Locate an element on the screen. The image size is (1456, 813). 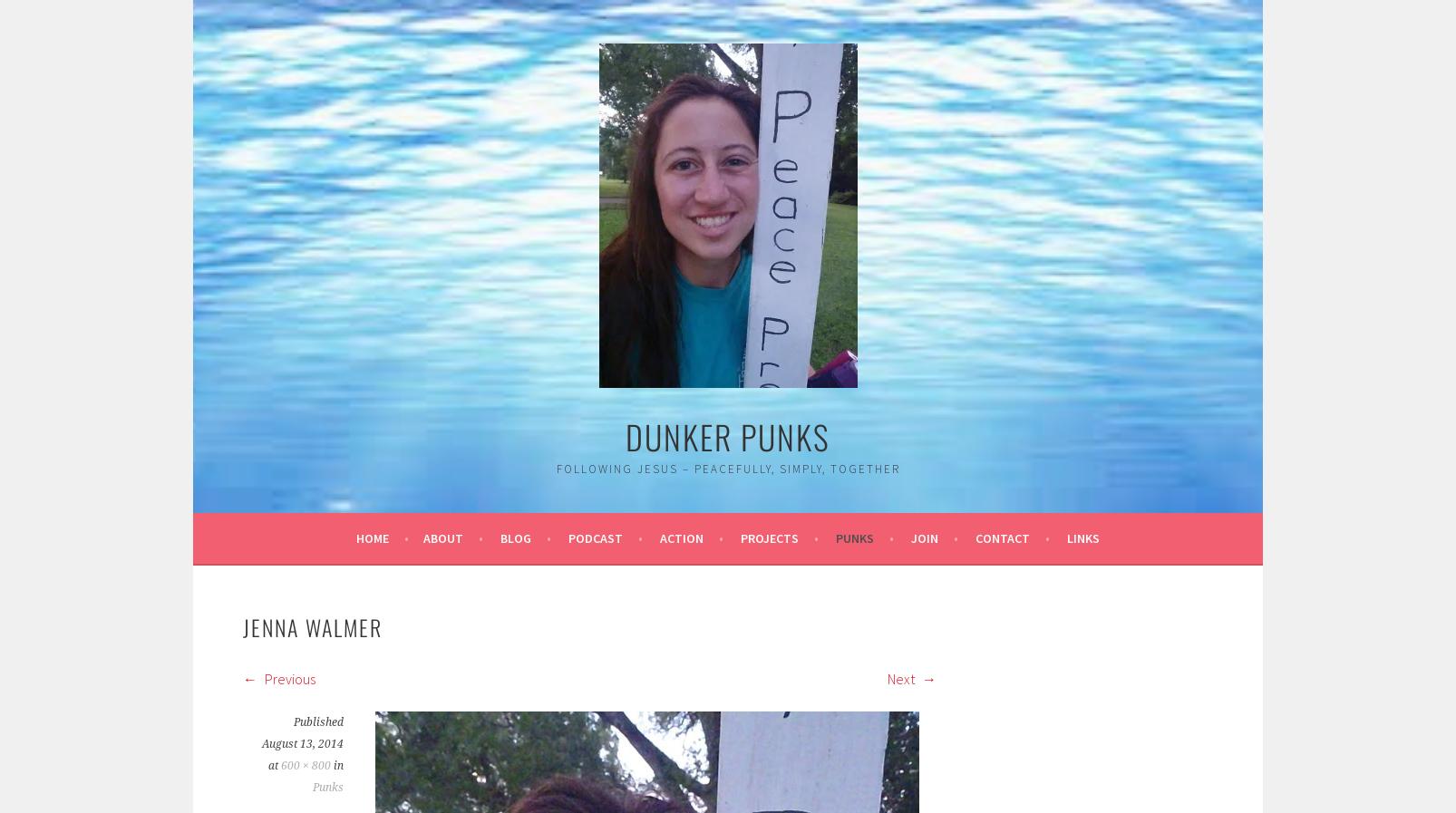
'Home' is located at coordinates (372, 537).